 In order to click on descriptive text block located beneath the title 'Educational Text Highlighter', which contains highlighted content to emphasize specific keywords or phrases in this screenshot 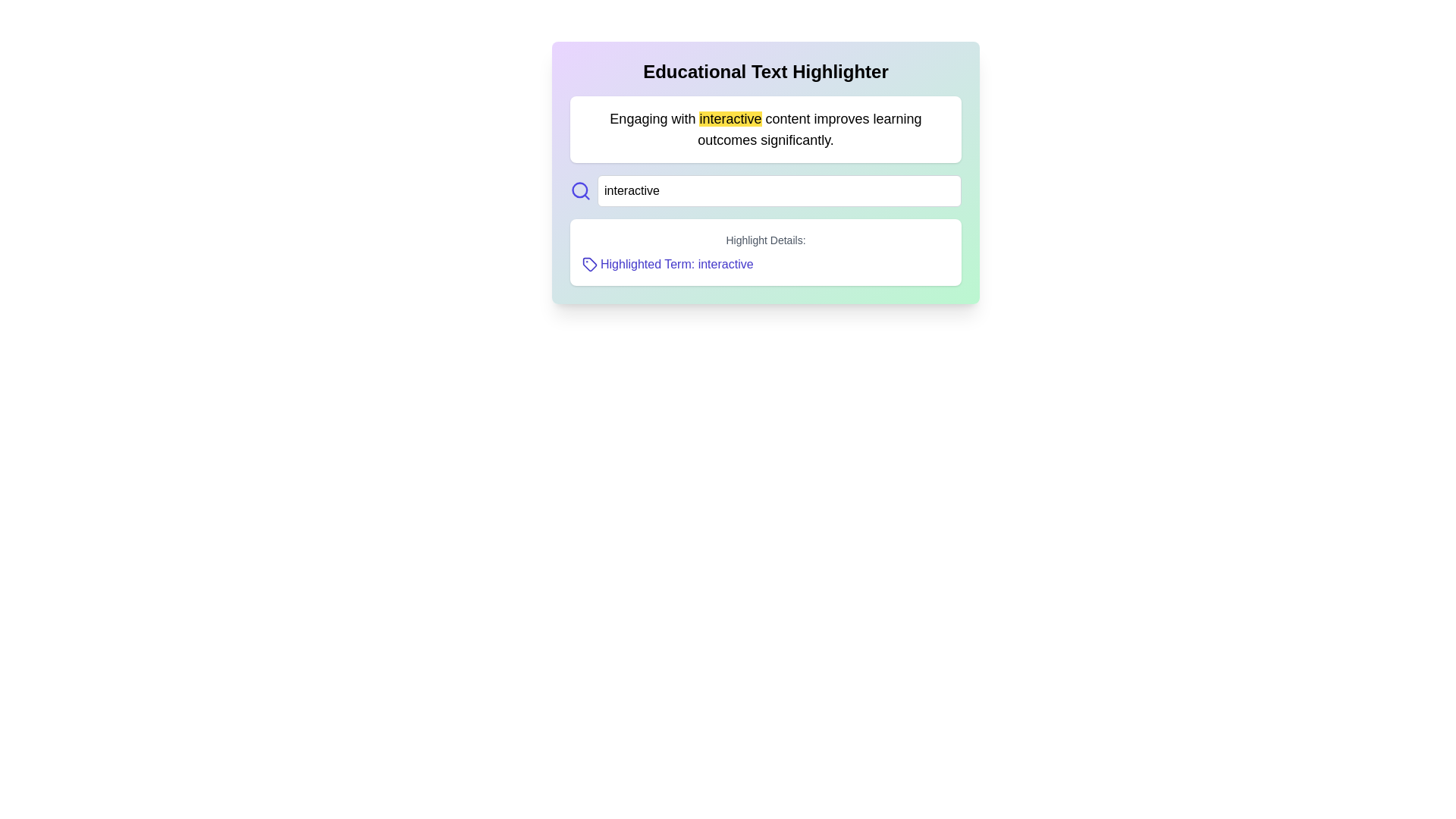, I will do `click(765, 128)`.